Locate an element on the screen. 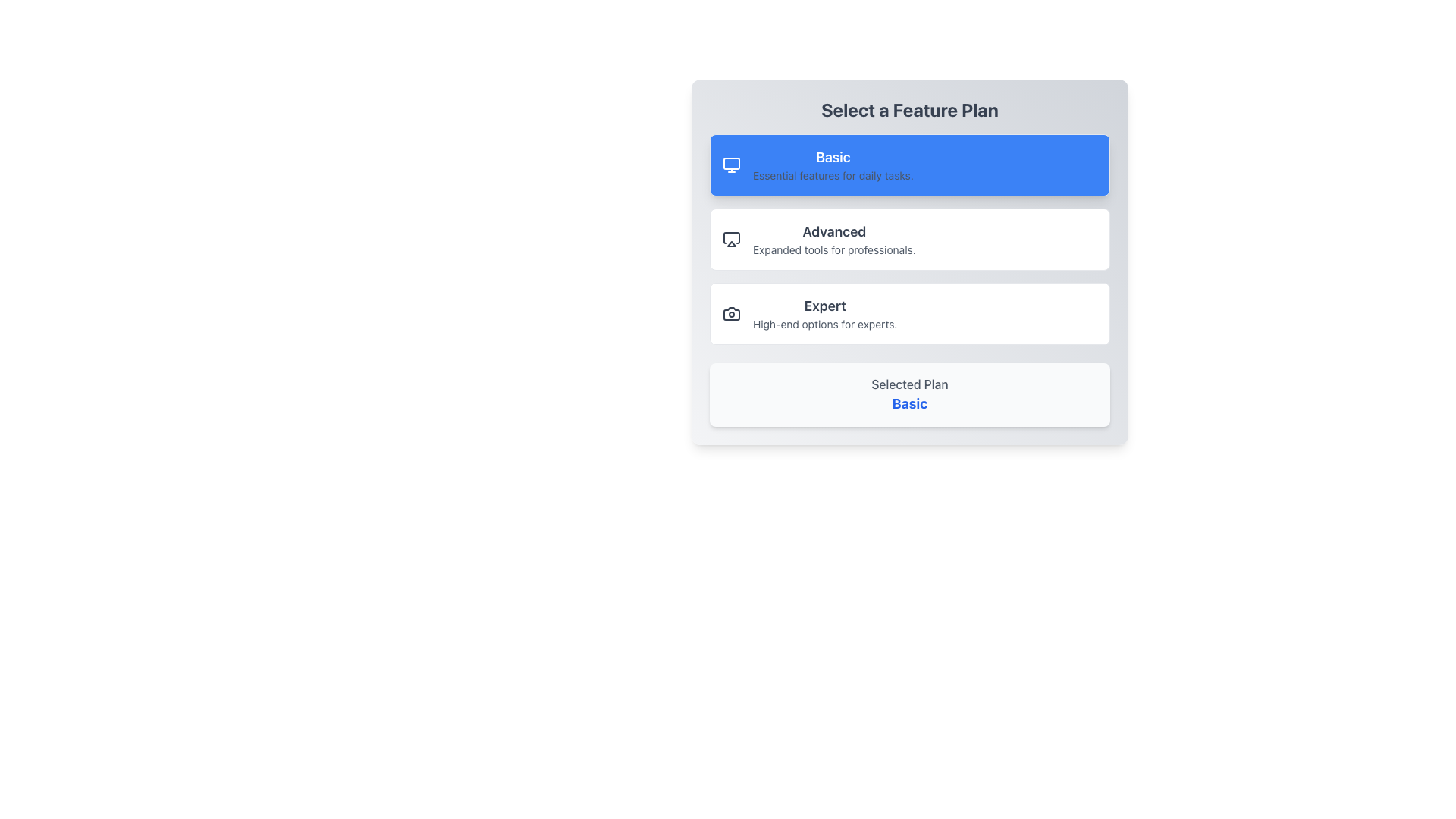 The height and width of the screenshot is (819, 1456). the text label reading 'Essential features for daily tasks.', which is styled in small gray text and located directly below the bold 'Basic' title in the blue-highlighted section of the feature plan list is located at coordinates (832, 174).